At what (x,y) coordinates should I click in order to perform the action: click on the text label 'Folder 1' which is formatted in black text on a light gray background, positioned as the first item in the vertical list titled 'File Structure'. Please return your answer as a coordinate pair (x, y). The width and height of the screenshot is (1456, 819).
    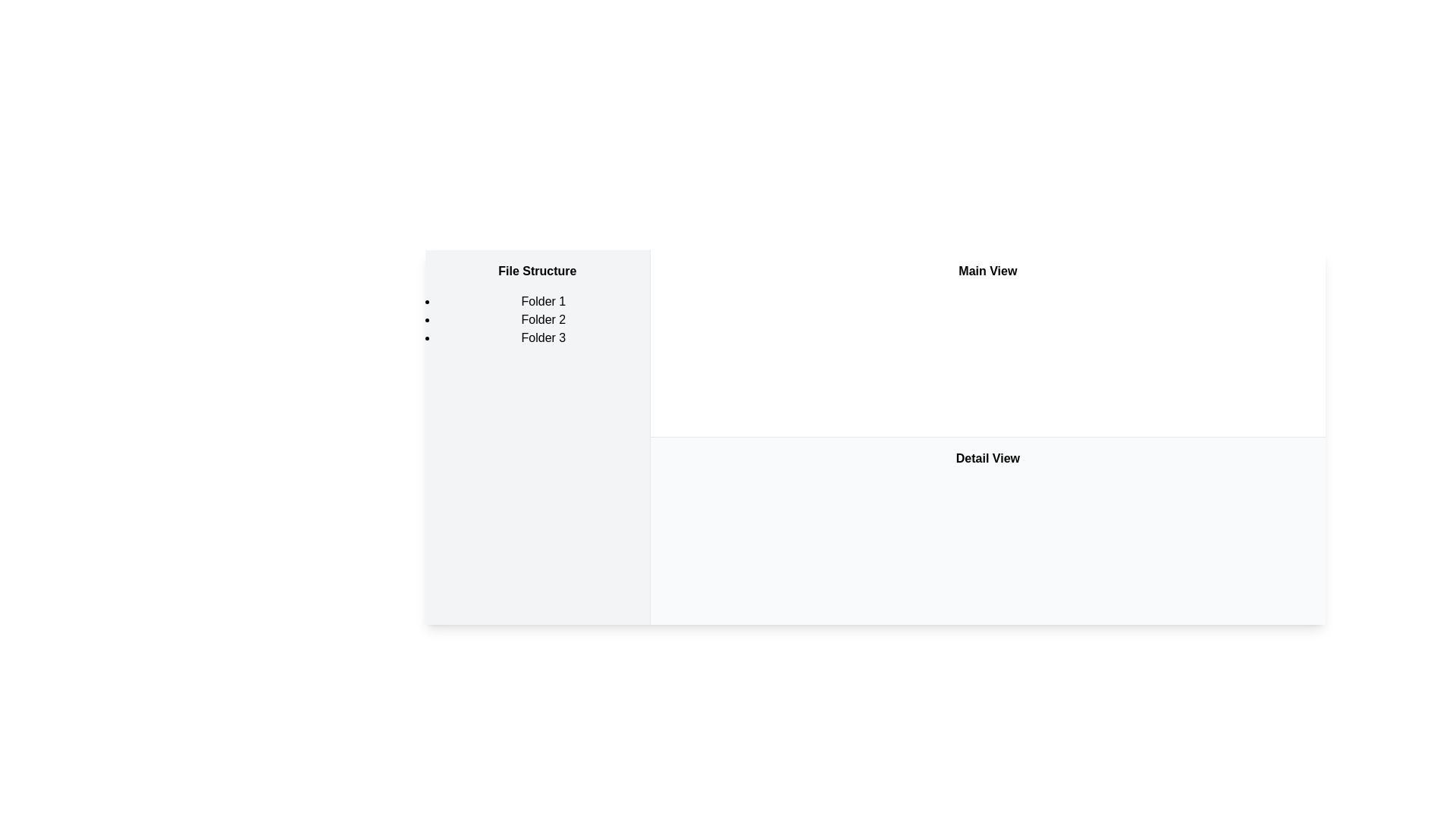
    Looking at the image, I should click on (543, 301).